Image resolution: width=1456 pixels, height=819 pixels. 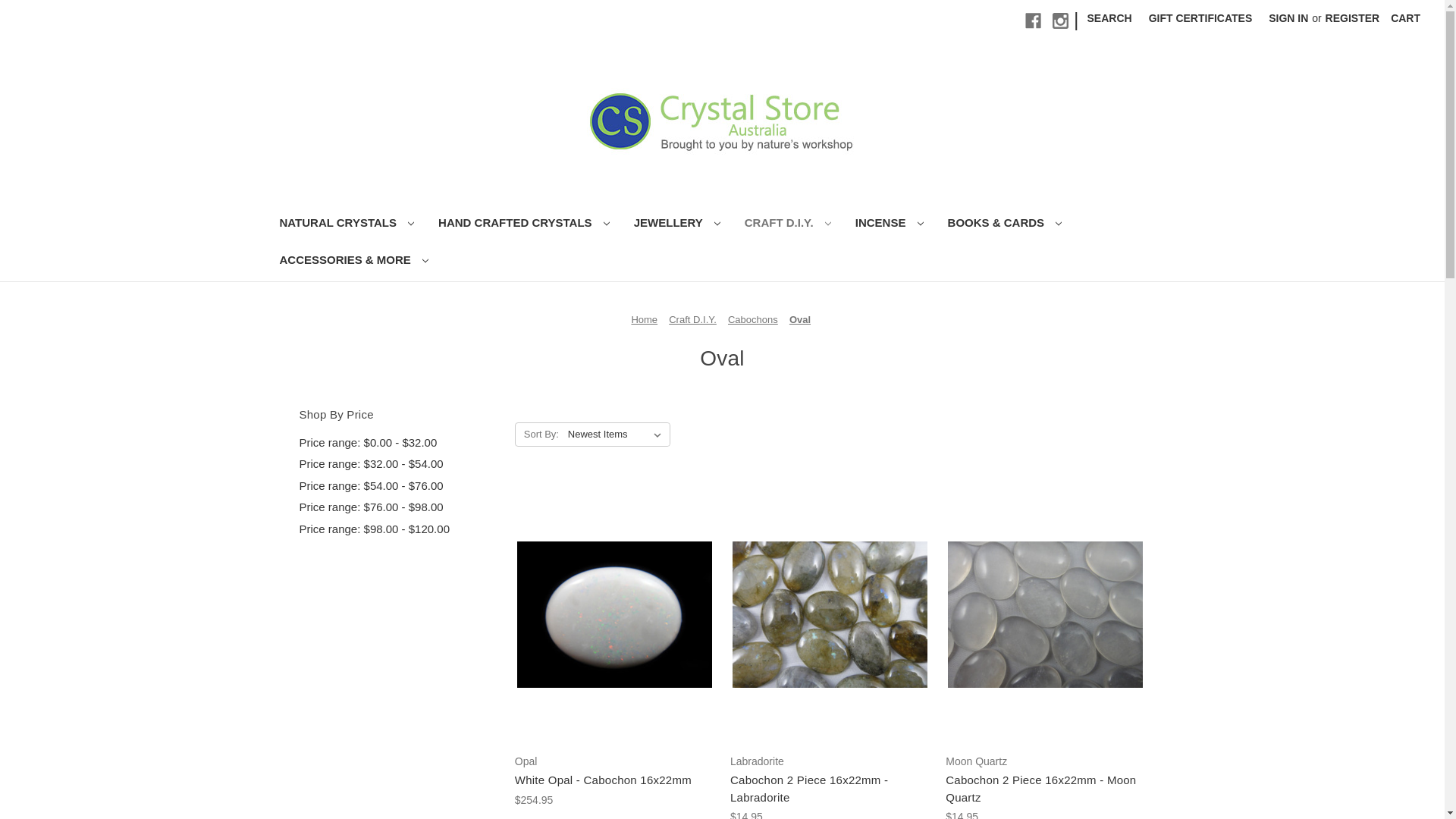 I want to click on 'Price range: $32.00 - $54.00', so click(x=298, y=463).